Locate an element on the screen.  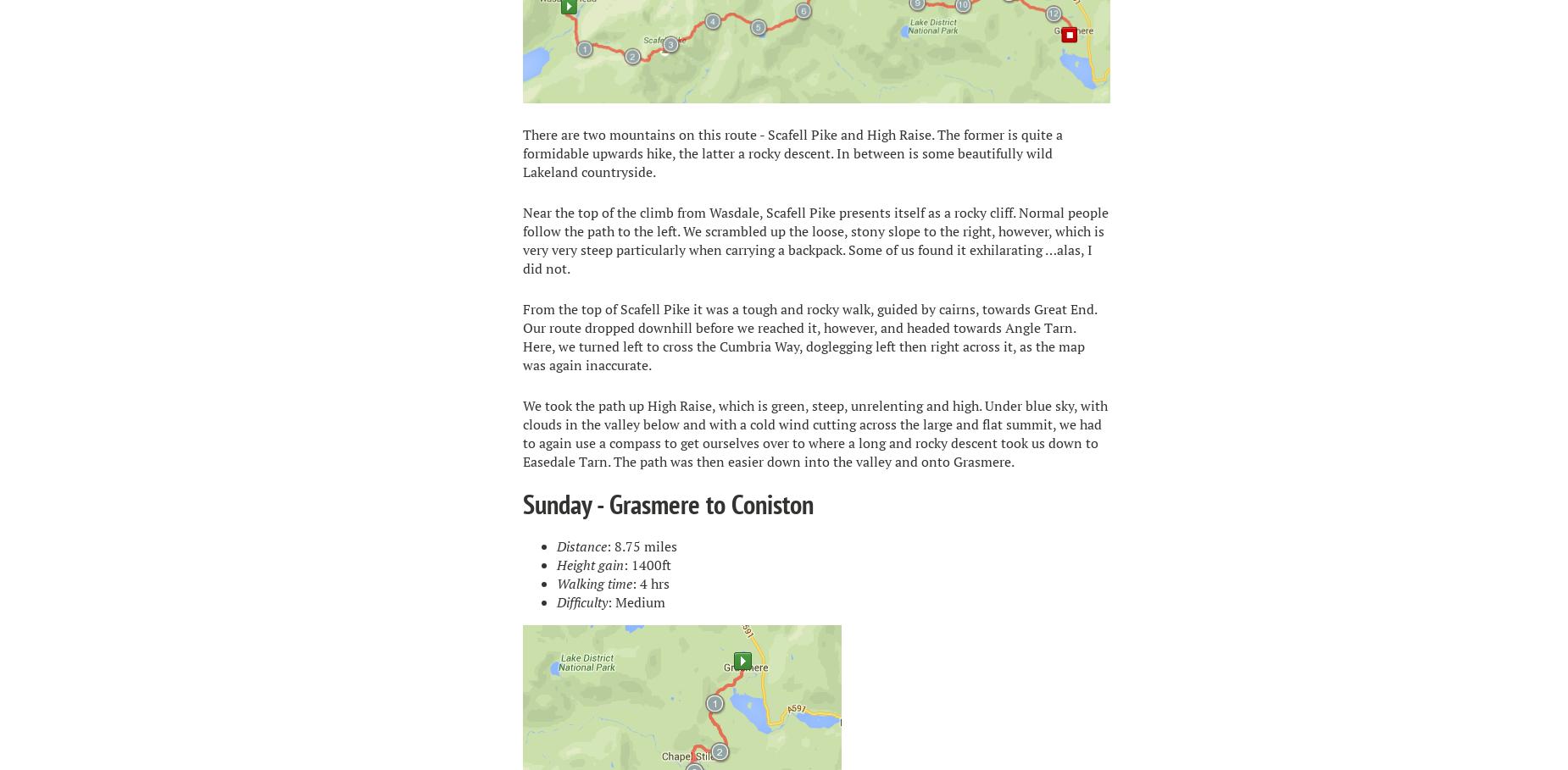
'There are two mountains on this route - Scafell Pike and High Raise.  The former is quite a formidable upwards hike, the latter a rocky descent.  In between is some beautifully wild Lakeland countryside.' is located at coordinates (791, 152).